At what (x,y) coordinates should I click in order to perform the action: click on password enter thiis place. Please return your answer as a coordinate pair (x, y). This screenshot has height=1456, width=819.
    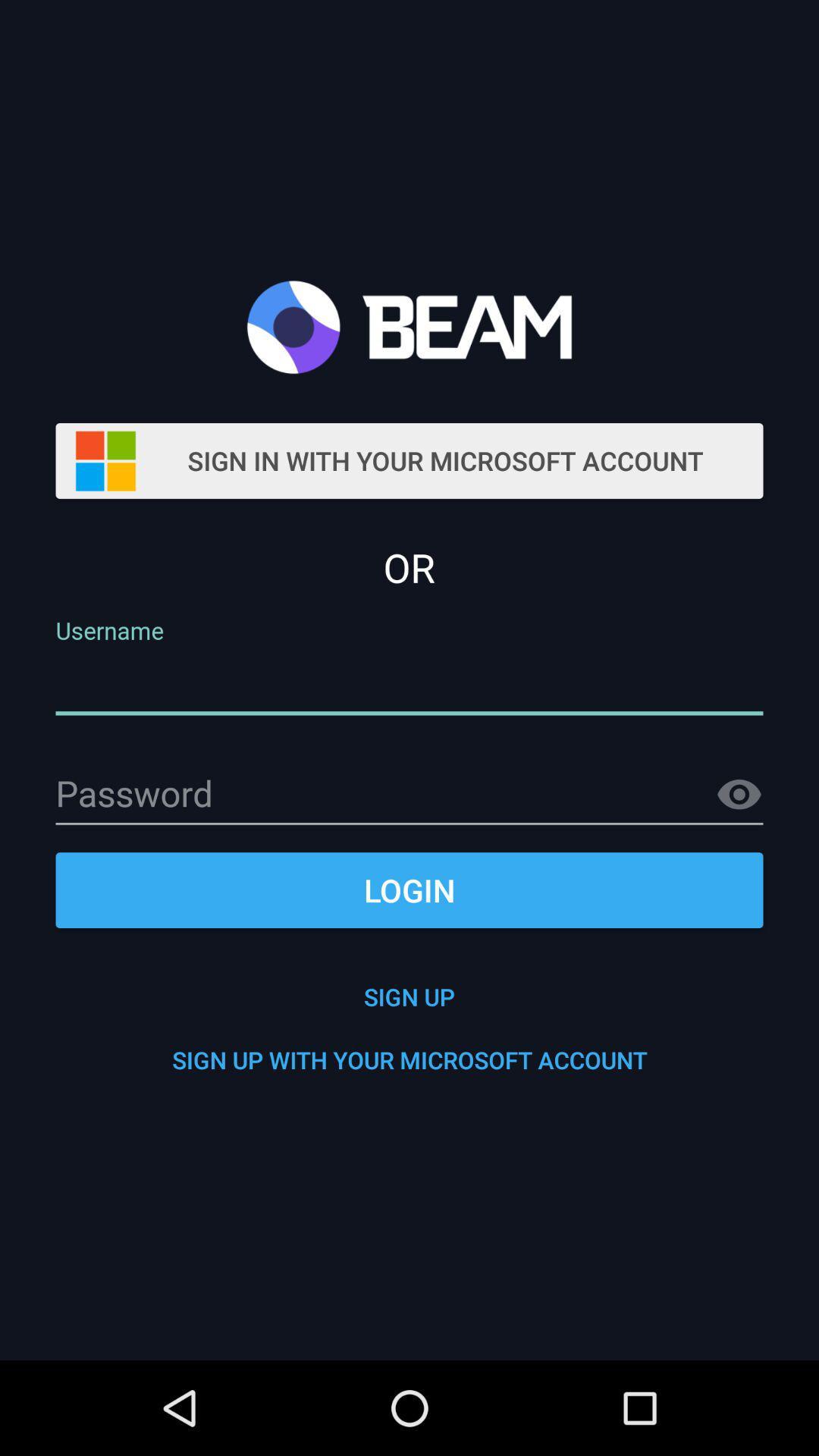
    Looking at the image, I should click on (409, 795).